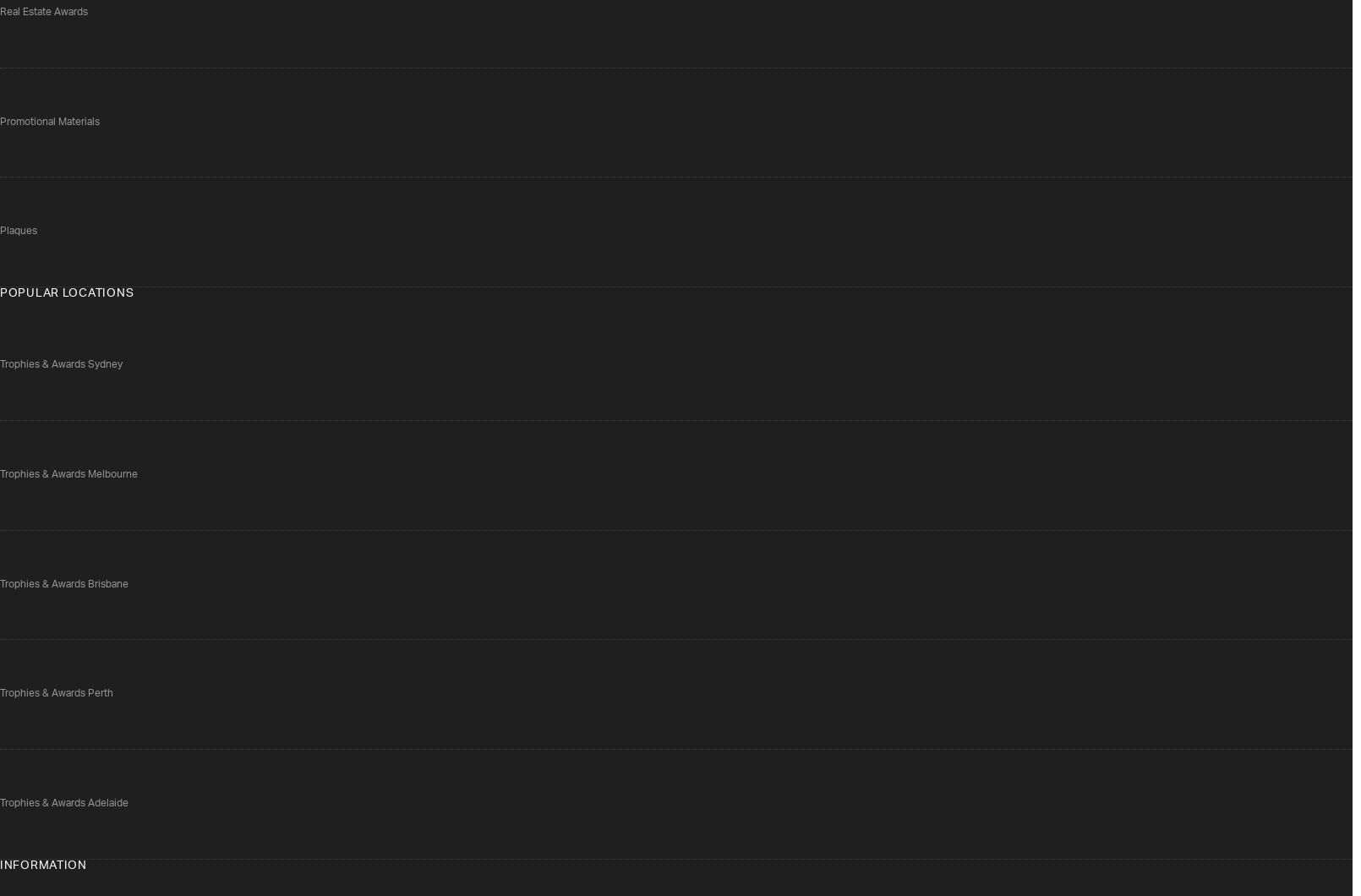  What do you see at coordinates (44, 11) in the screenshot?
I see `'Real Estate Awards'` at bounding box center [44, 11].